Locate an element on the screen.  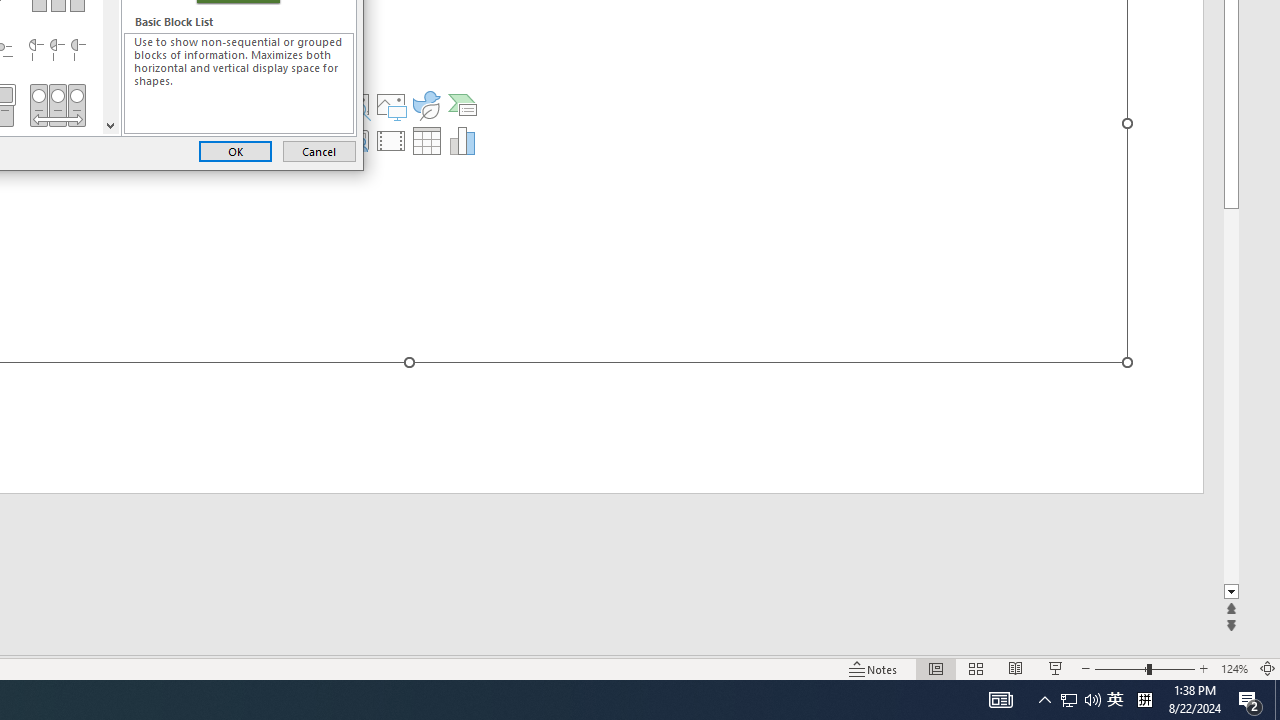
'Insert Table' is located at coordinates (425, 140).